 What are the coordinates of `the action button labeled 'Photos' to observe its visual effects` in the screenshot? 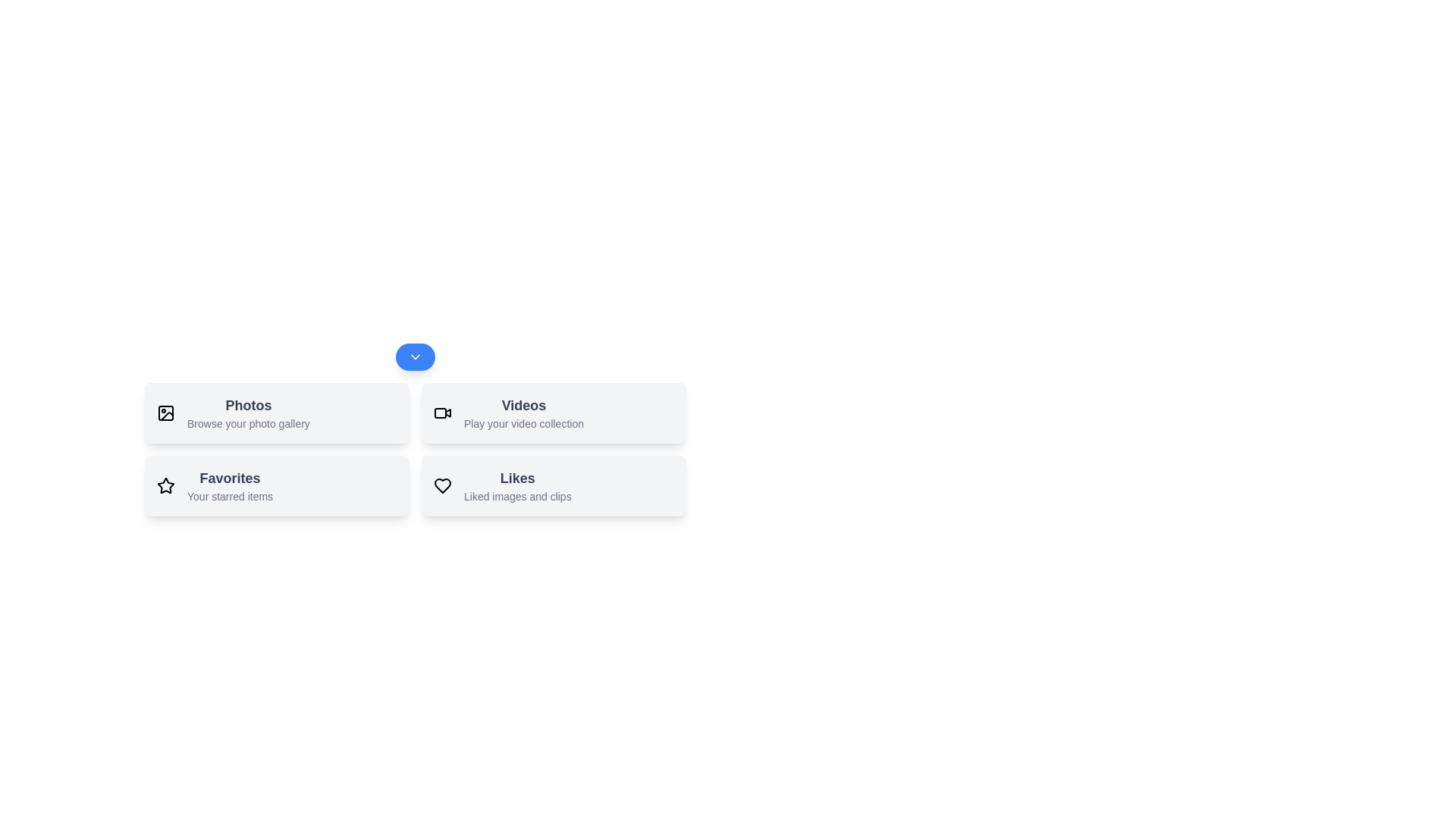 It's located at (277, 413).